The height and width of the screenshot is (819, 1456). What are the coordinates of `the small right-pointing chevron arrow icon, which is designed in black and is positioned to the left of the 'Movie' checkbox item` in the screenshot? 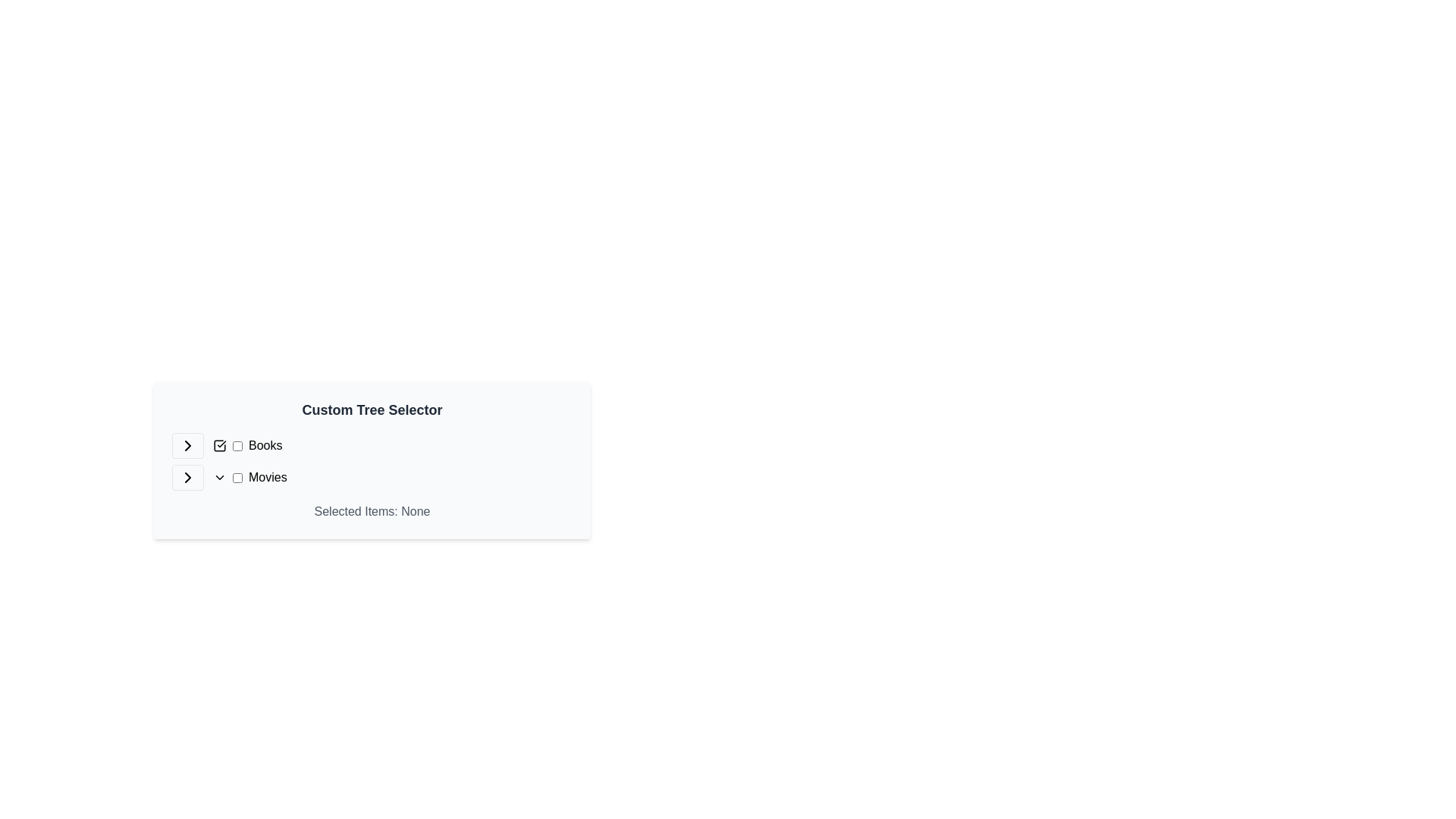 It's located at (187, 444).